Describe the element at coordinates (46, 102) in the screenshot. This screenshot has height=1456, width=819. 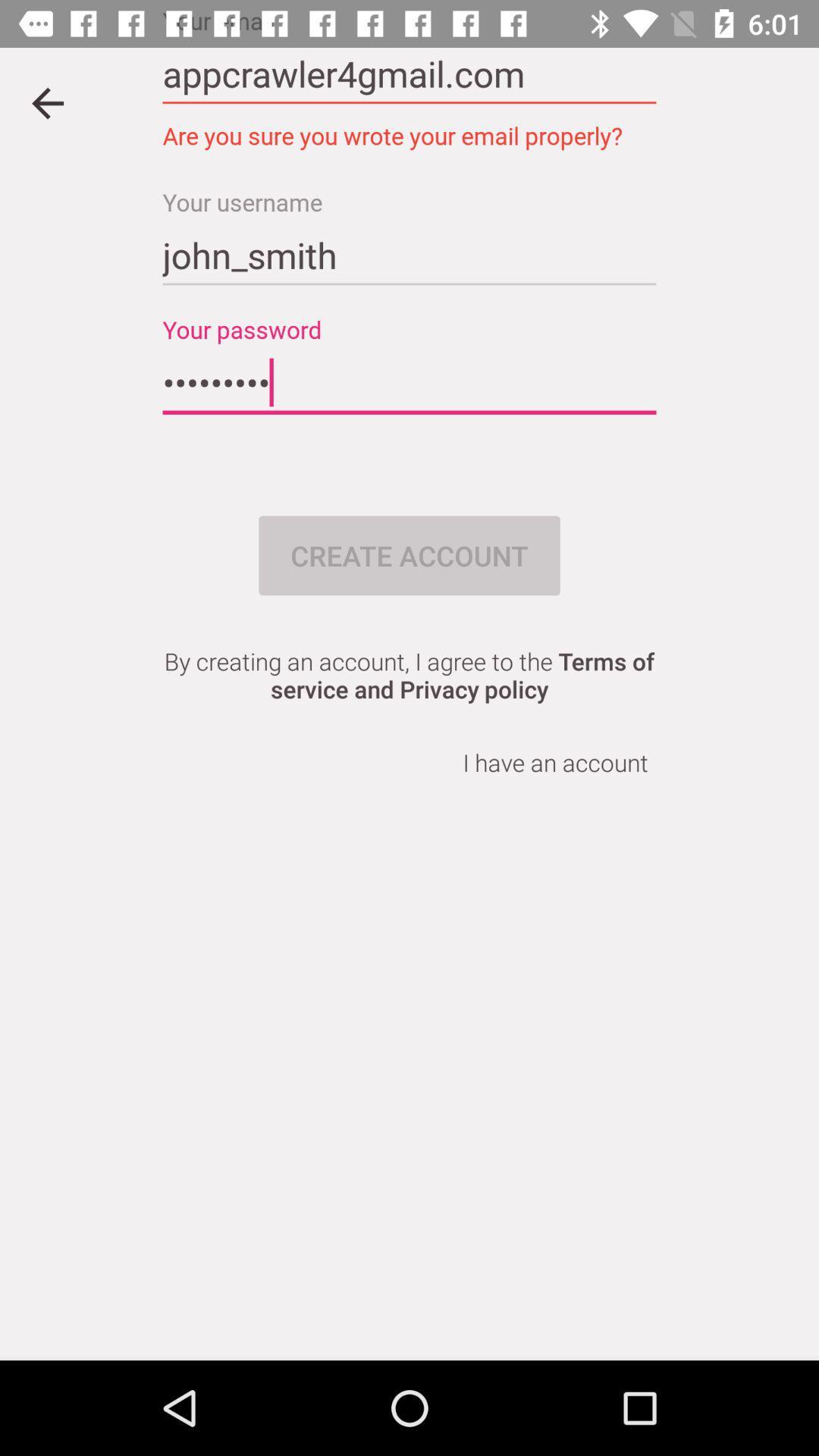
I see `the arrow_backward icon` at that location.